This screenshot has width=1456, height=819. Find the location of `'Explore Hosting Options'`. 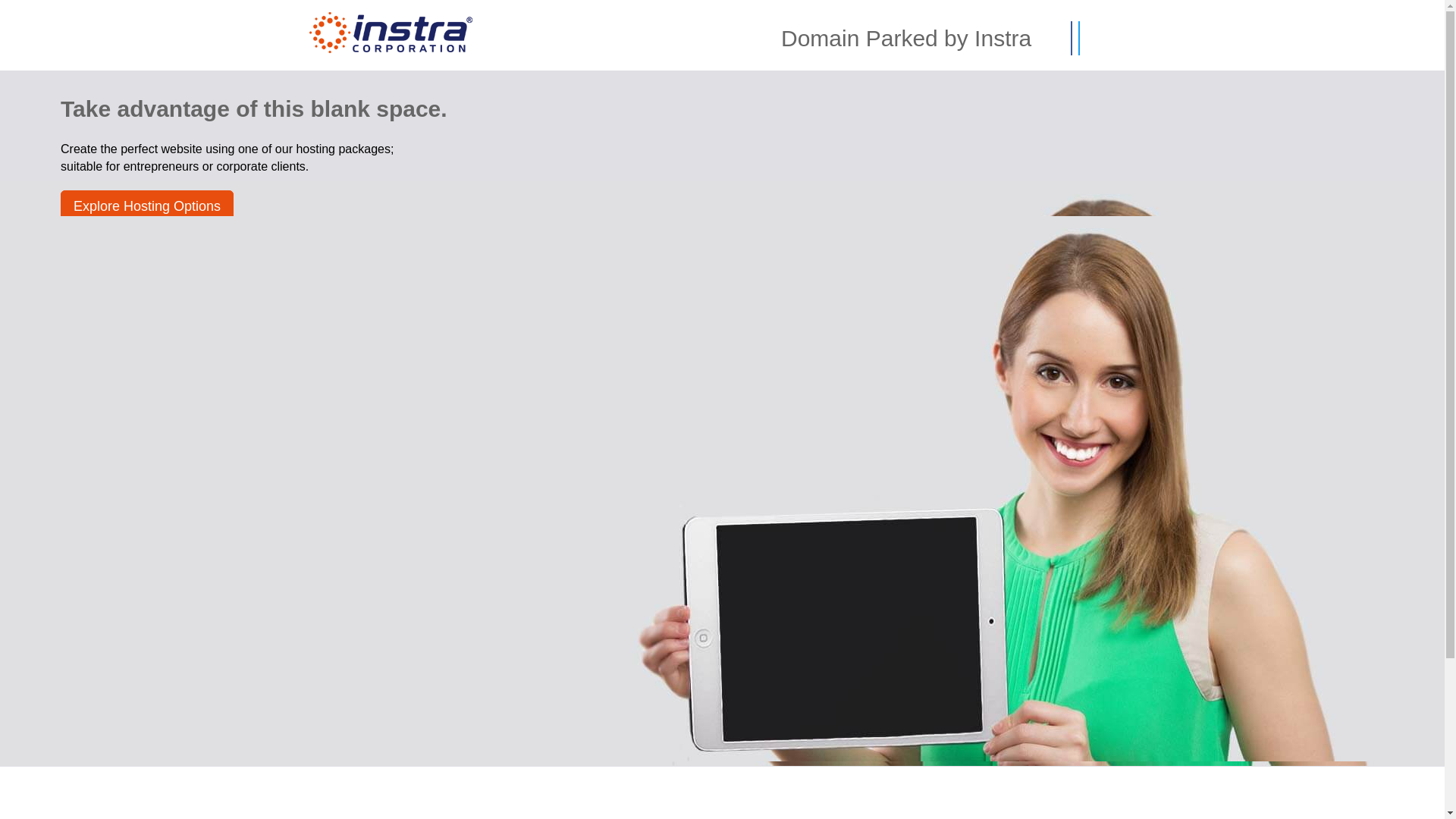

'Explore Hosting Options' is located at coordinates (146, 206).